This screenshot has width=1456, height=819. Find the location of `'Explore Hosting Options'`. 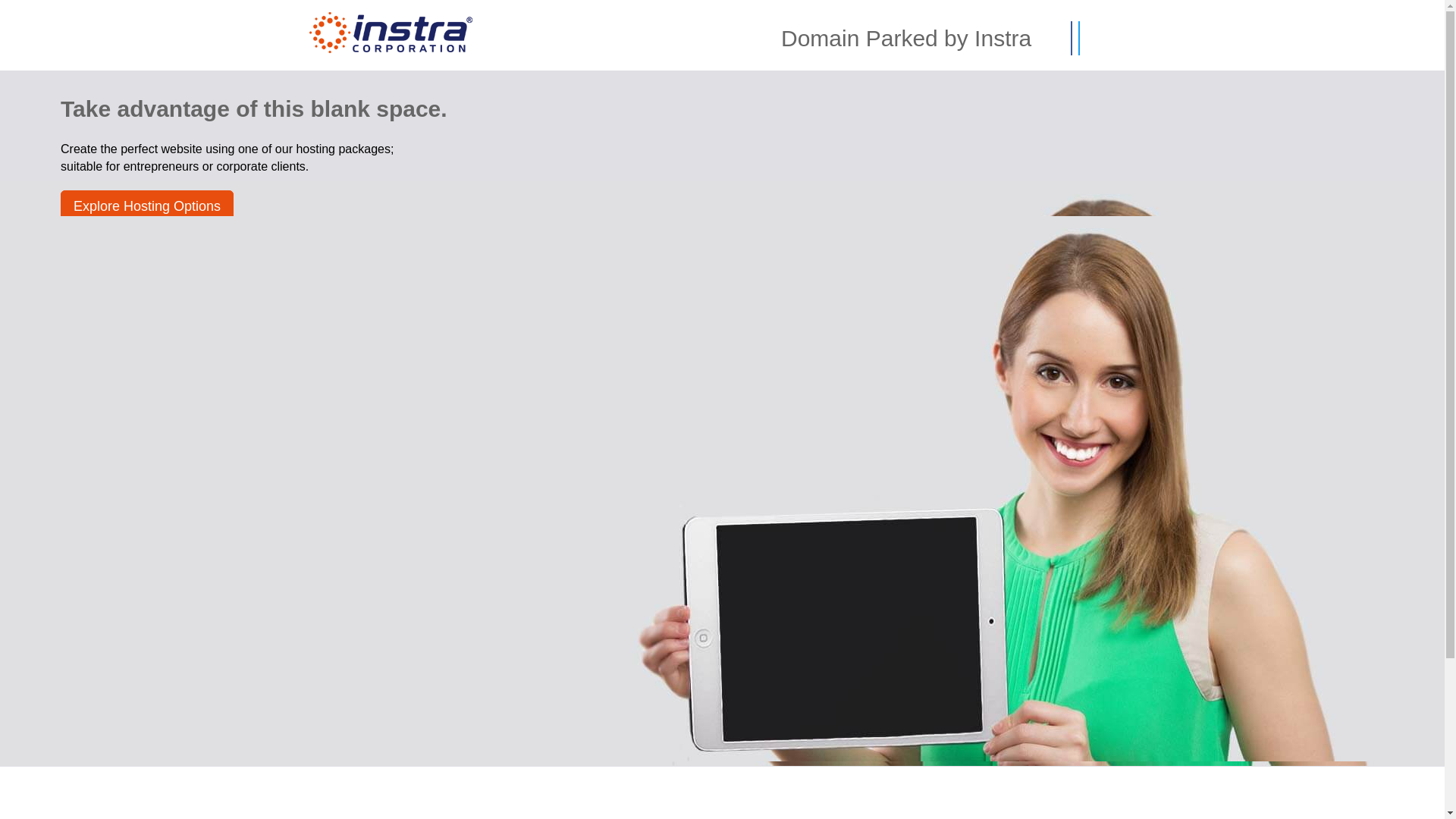

'Explore Hosting Options' is located at coordinates (146, 206).